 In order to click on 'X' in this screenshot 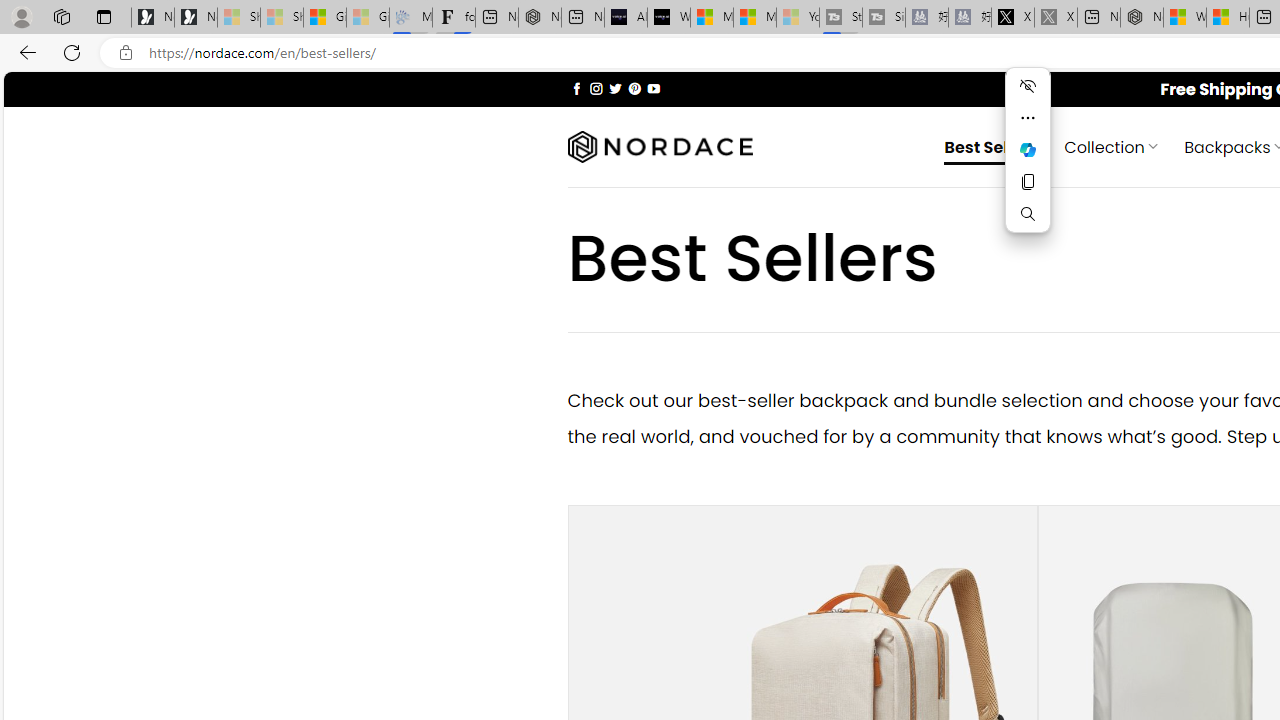, I will do `click(1013, 17)`.